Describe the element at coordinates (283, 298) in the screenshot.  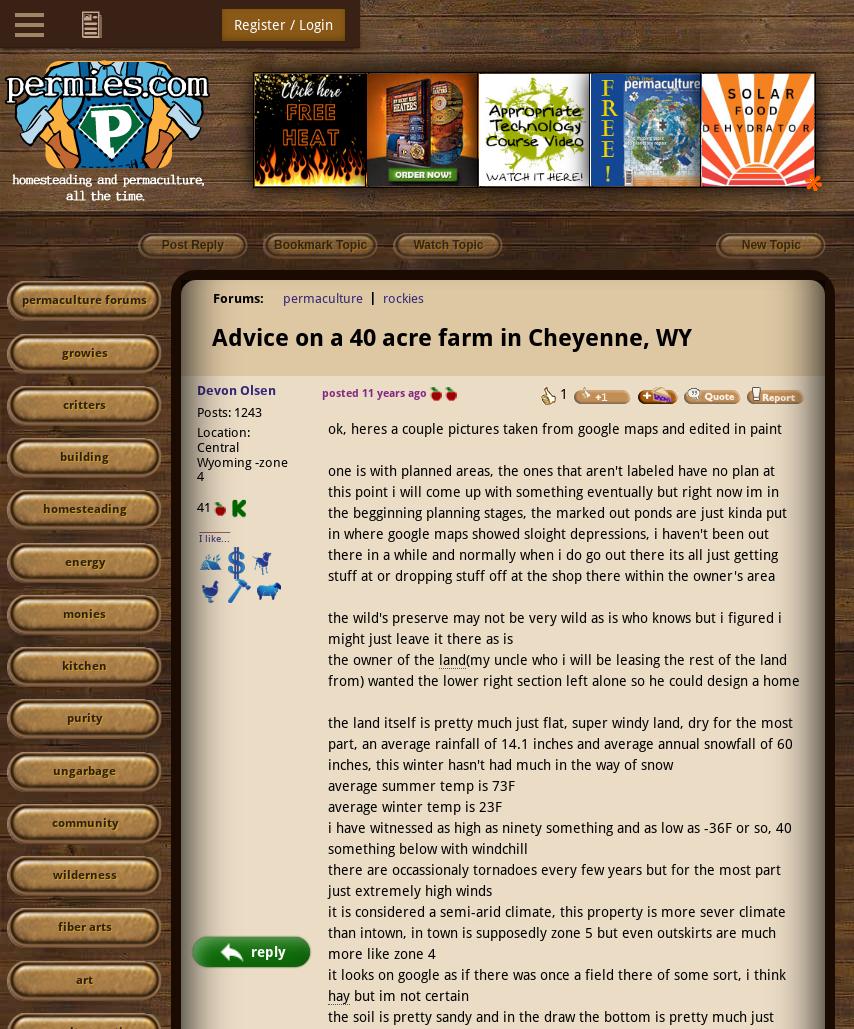
I see `'permaculture'` at that location.